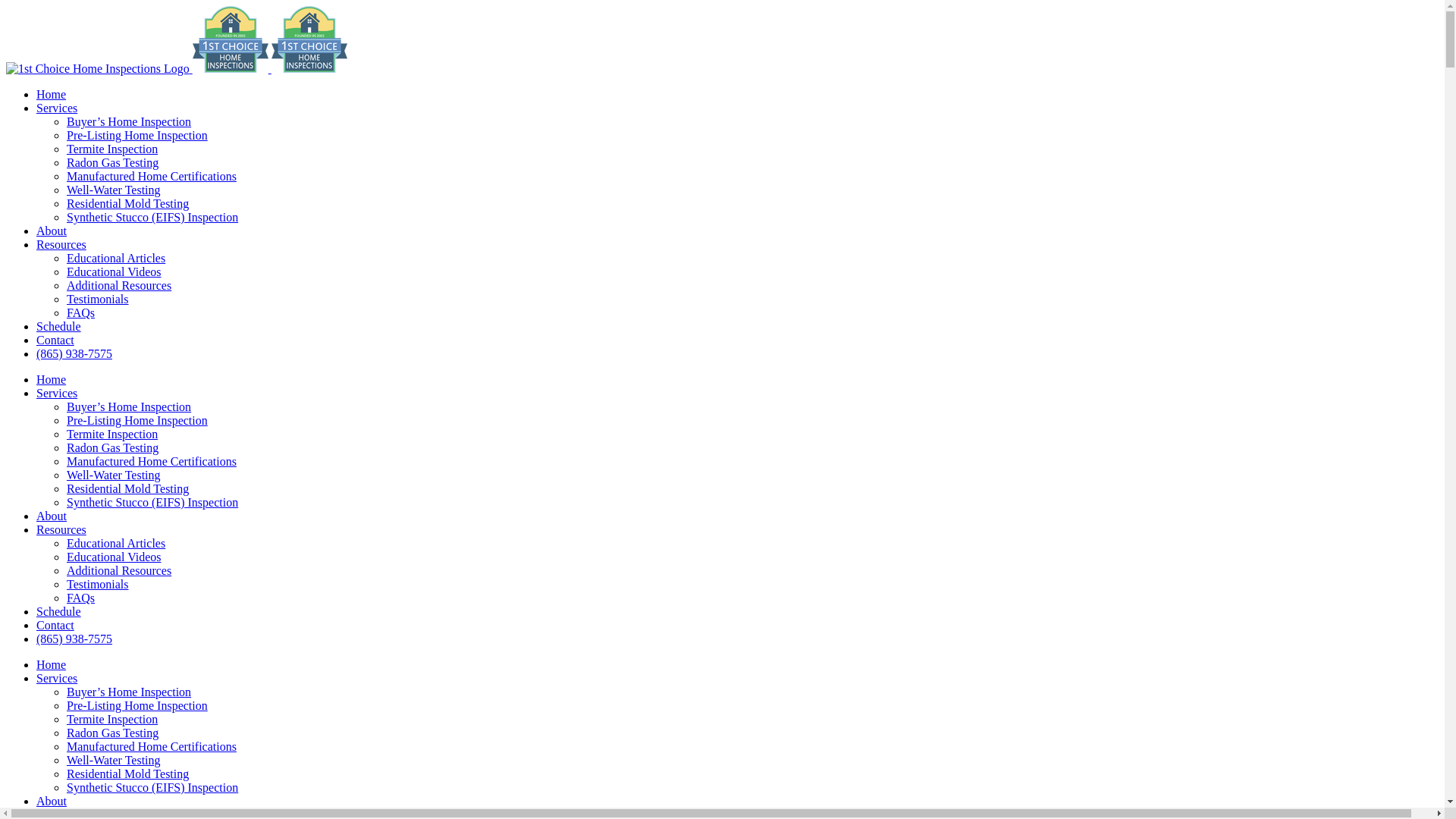 Image resolution: width=1456 pixels, height=819 pixels. Describe the element at coordinates (65, 557) in the screenshot. I see `'Educational Videos'` at that location.